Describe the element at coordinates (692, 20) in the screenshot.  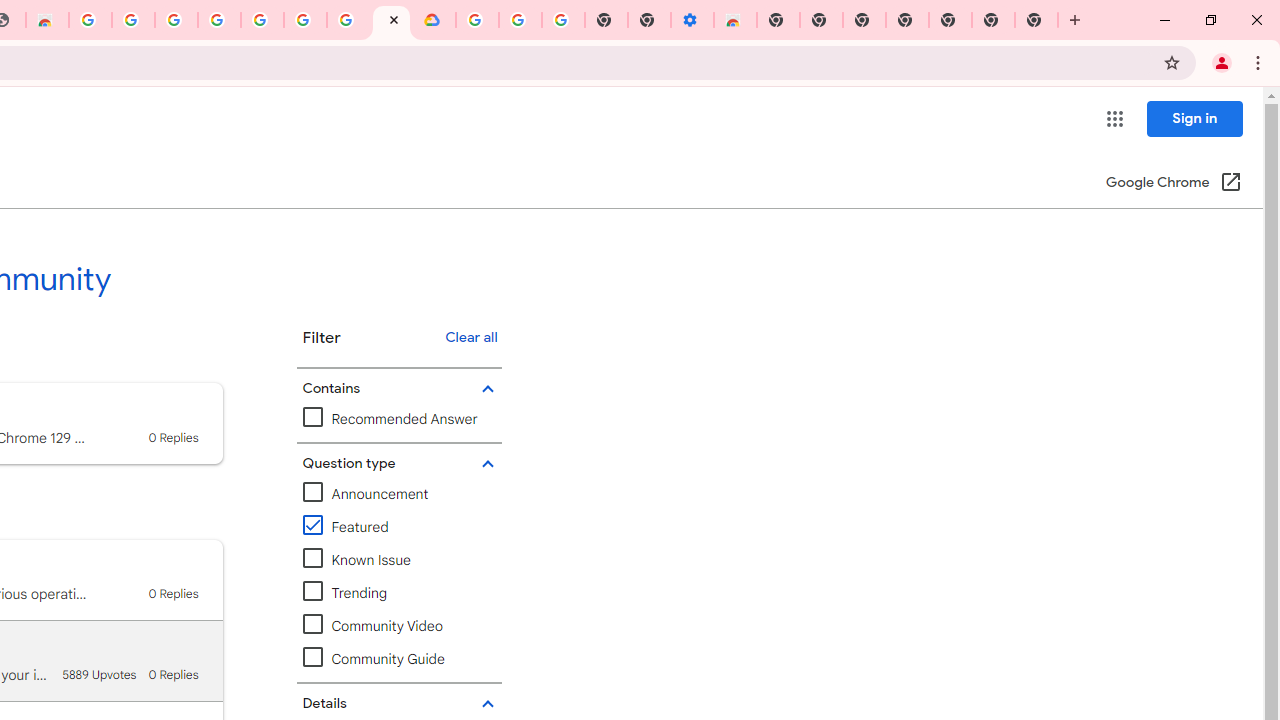
I see `'Settings - Accessibility'` at that location.